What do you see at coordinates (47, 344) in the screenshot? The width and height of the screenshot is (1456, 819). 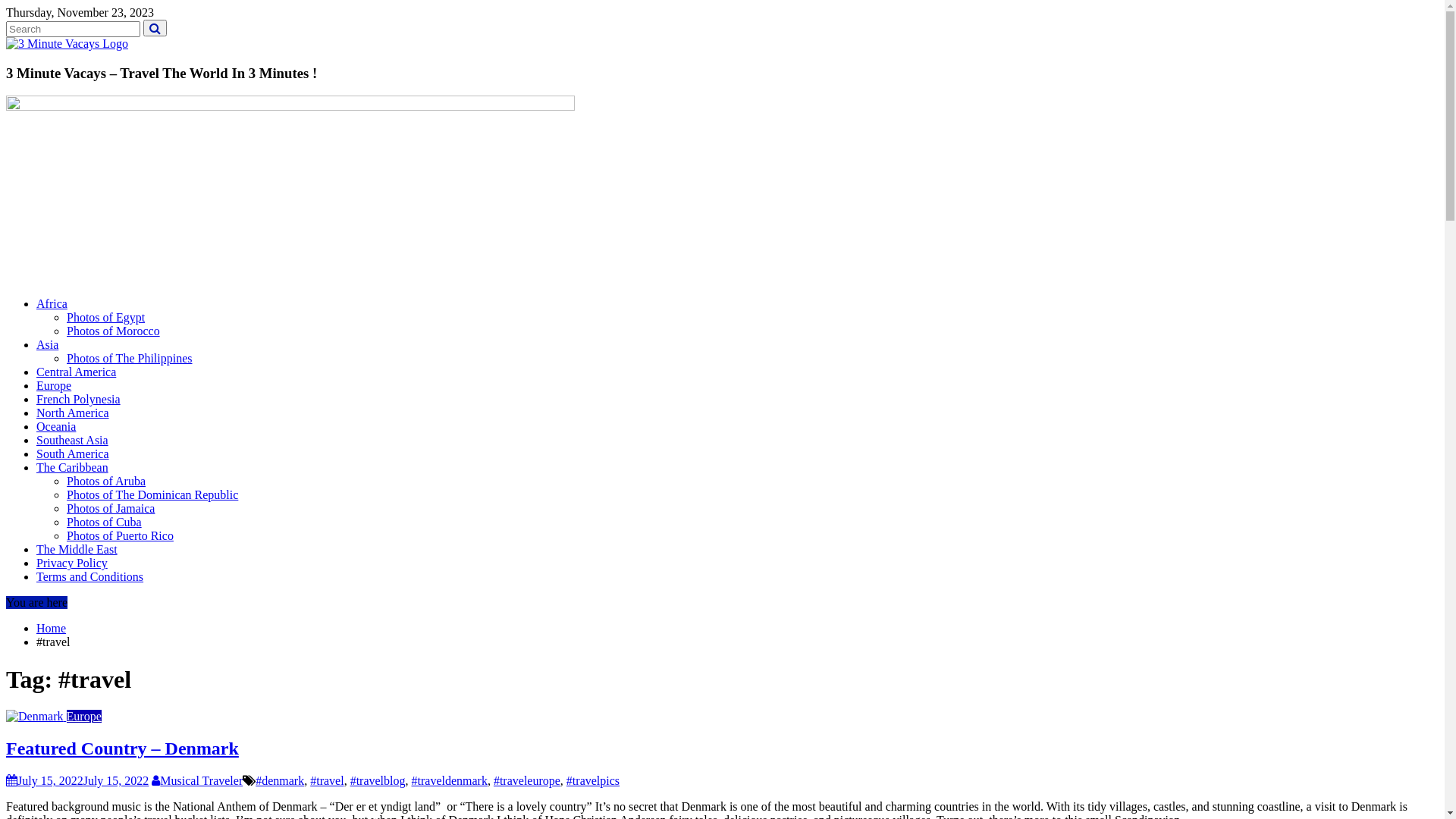 I see `'Asia'` at bounding box center [47, 344].